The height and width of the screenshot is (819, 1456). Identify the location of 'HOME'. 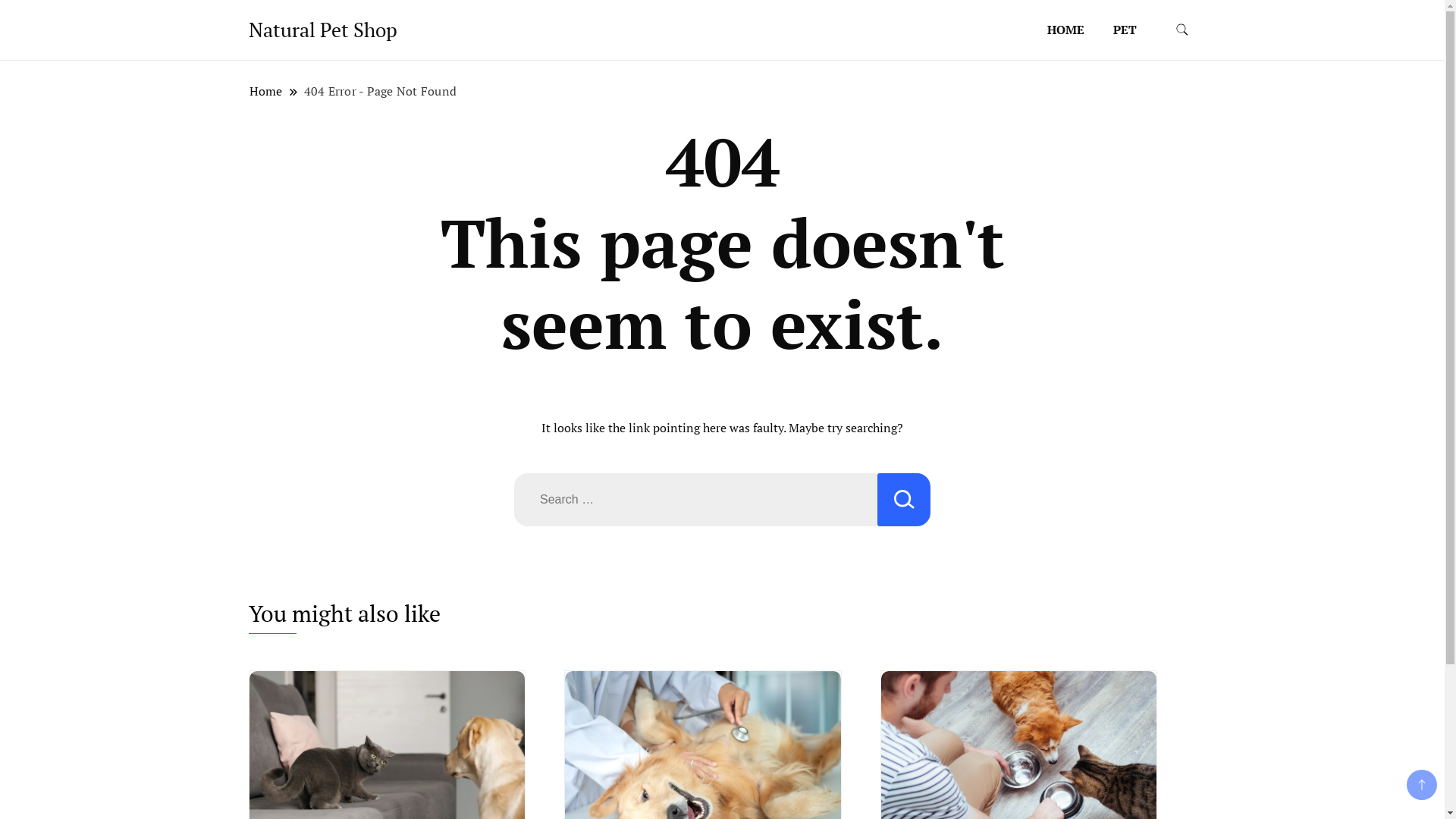
(1033, 30).